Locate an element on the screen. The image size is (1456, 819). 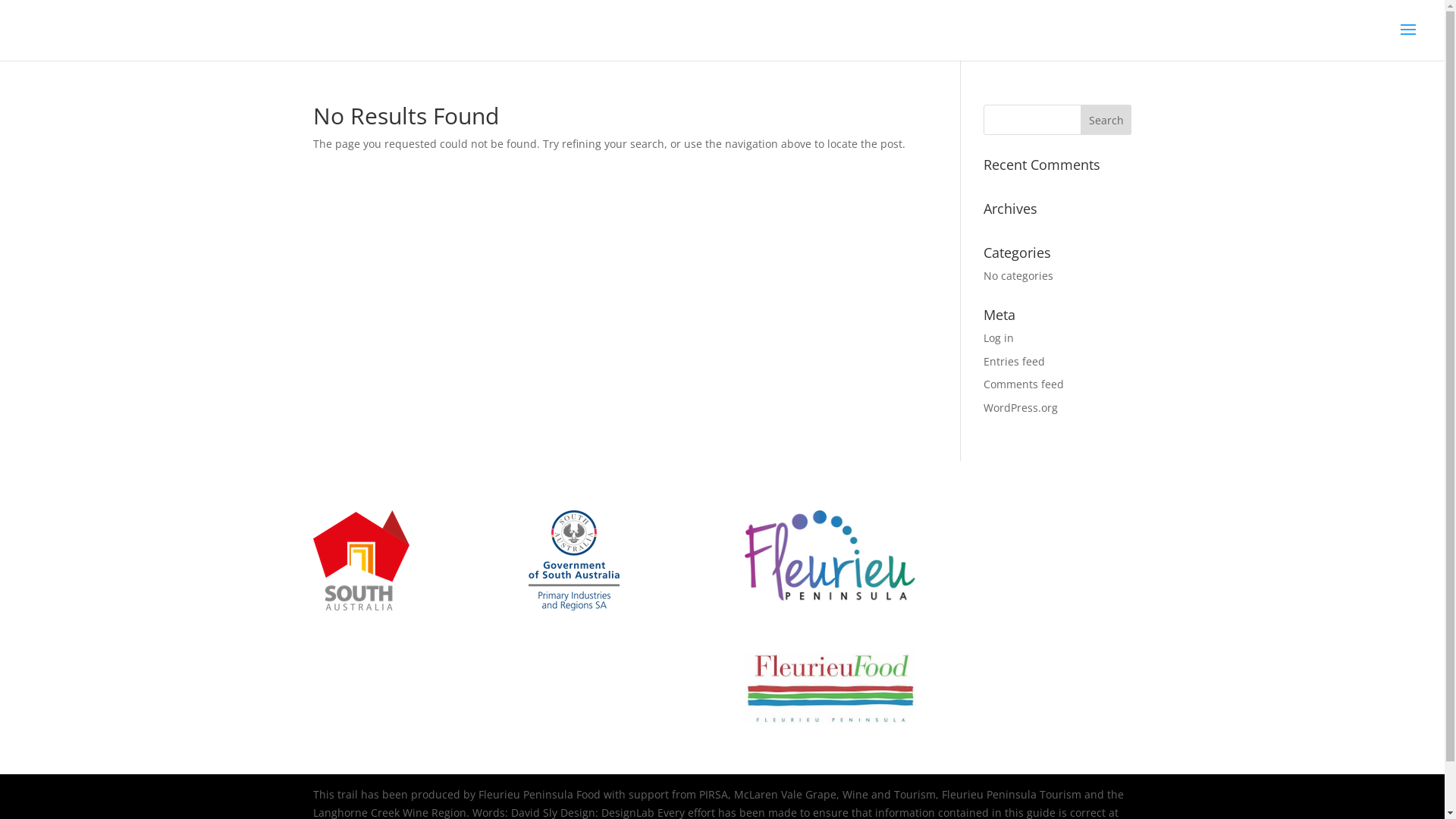
'Entries feed' is located at coordinates (1014, 361).